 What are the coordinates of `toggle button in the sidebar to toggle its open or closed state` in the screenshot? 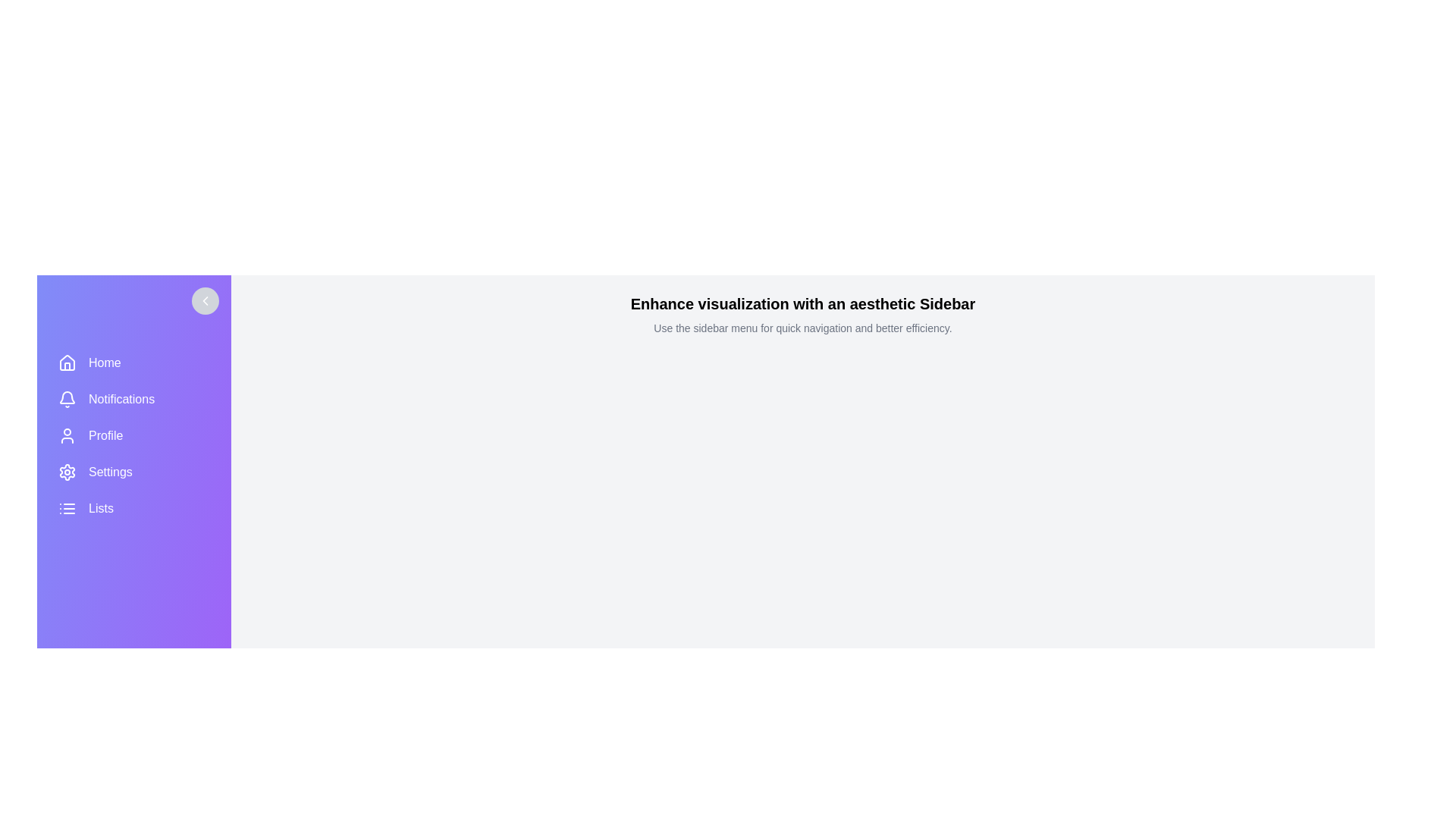 It's located at (204, 301).